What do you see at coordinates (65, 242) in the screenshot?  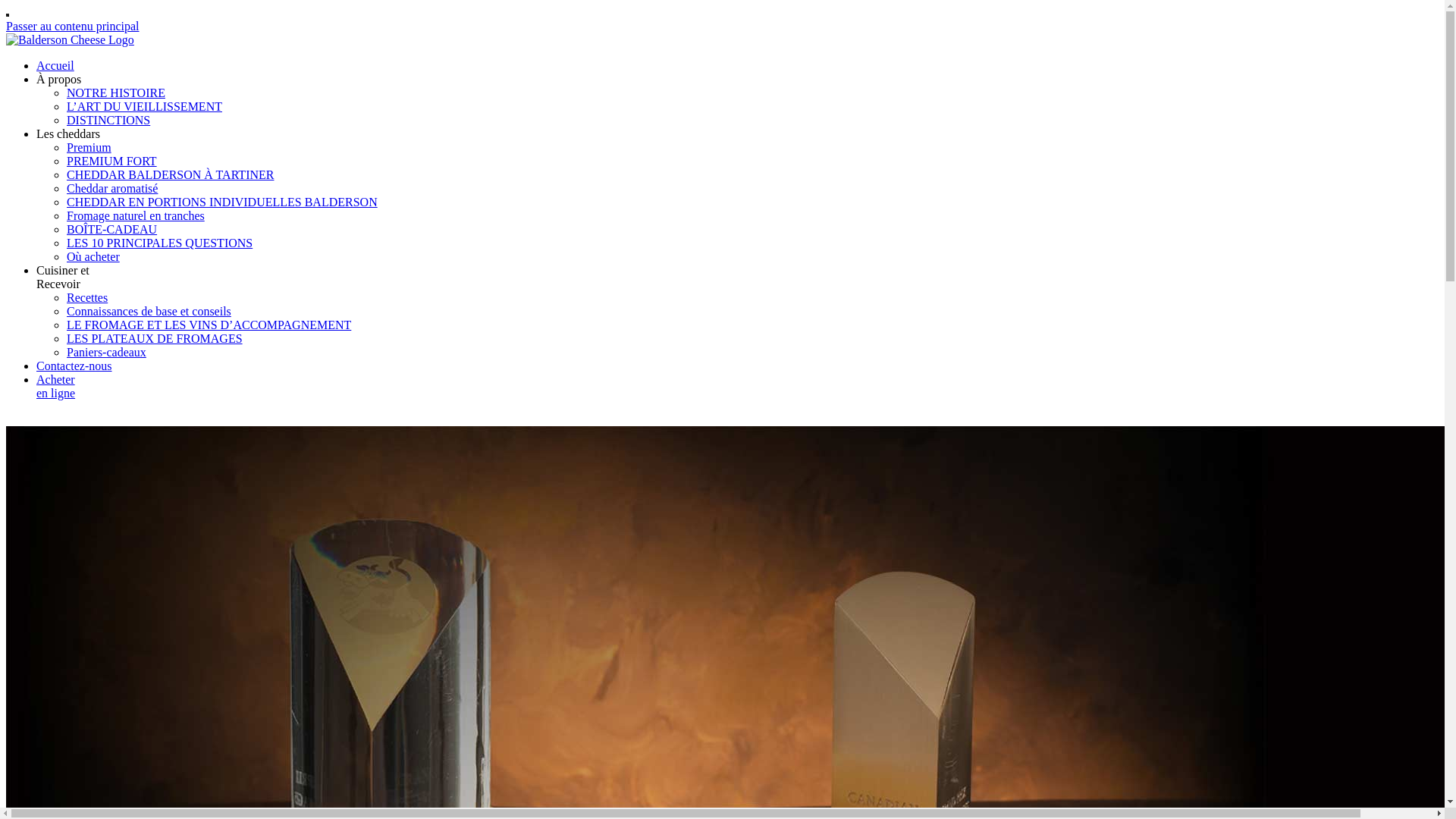 I see `'LES 10 PRINCIPALES QUESTIONS'` at bounding box center [65, 242].